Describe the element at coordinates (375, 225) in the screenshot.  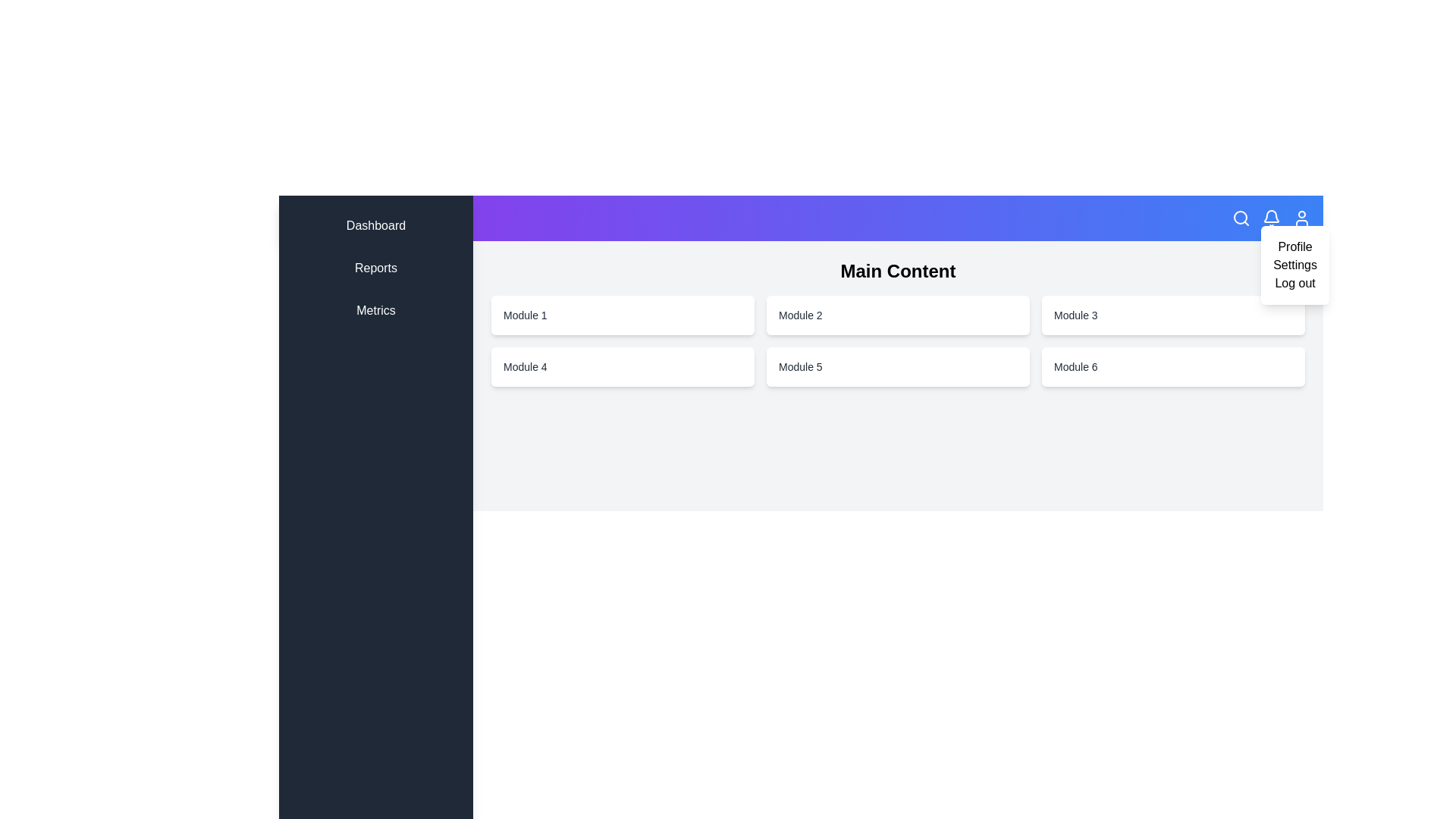
I see `the Navigation link located at the top of the sidebar, above the 'Reports' and 'Metrics' links, which redirects users to the dashboard view` at that location.